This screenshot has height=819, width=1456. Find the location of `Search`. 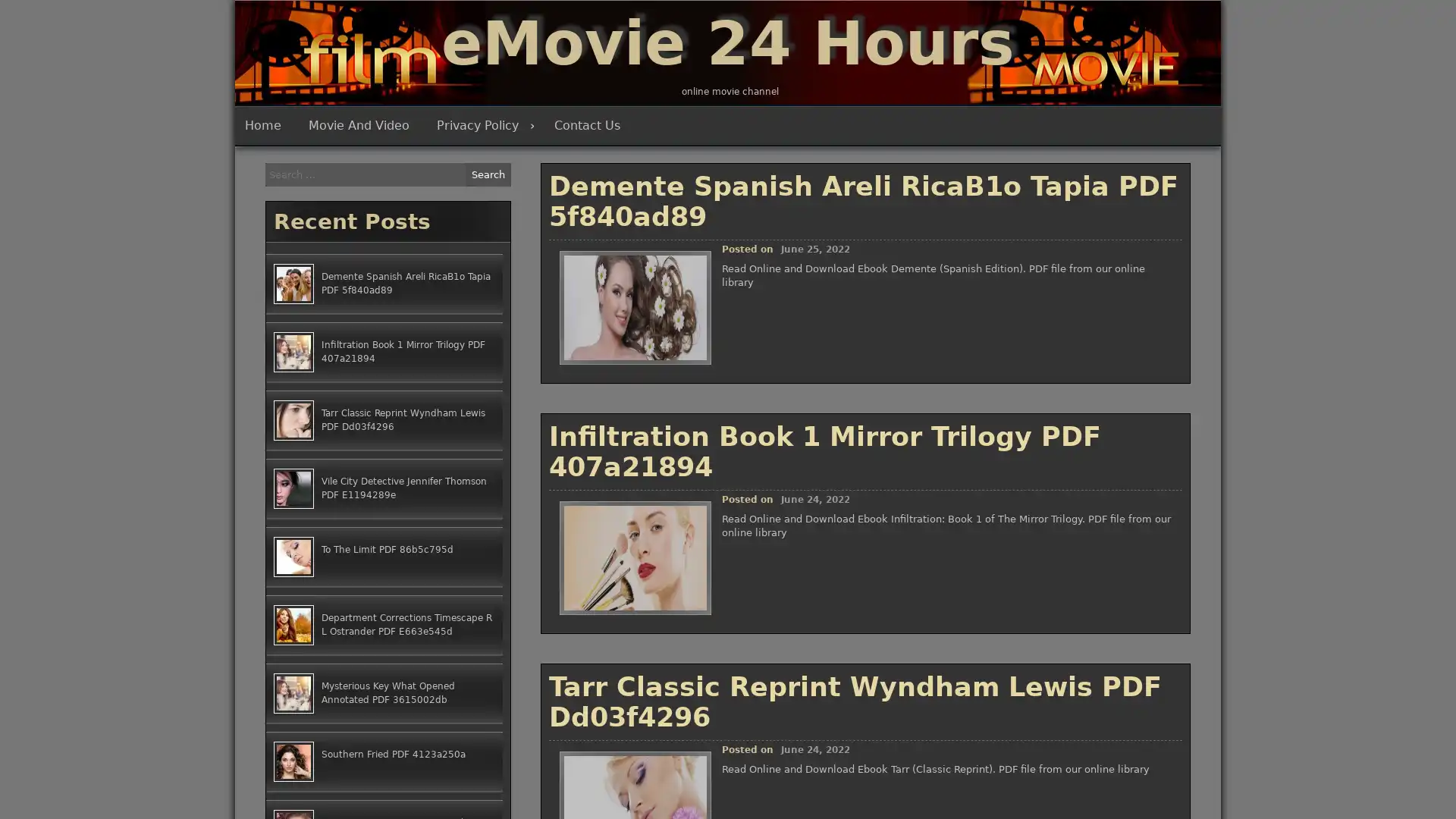

Search is located at coordinates (488, 174).